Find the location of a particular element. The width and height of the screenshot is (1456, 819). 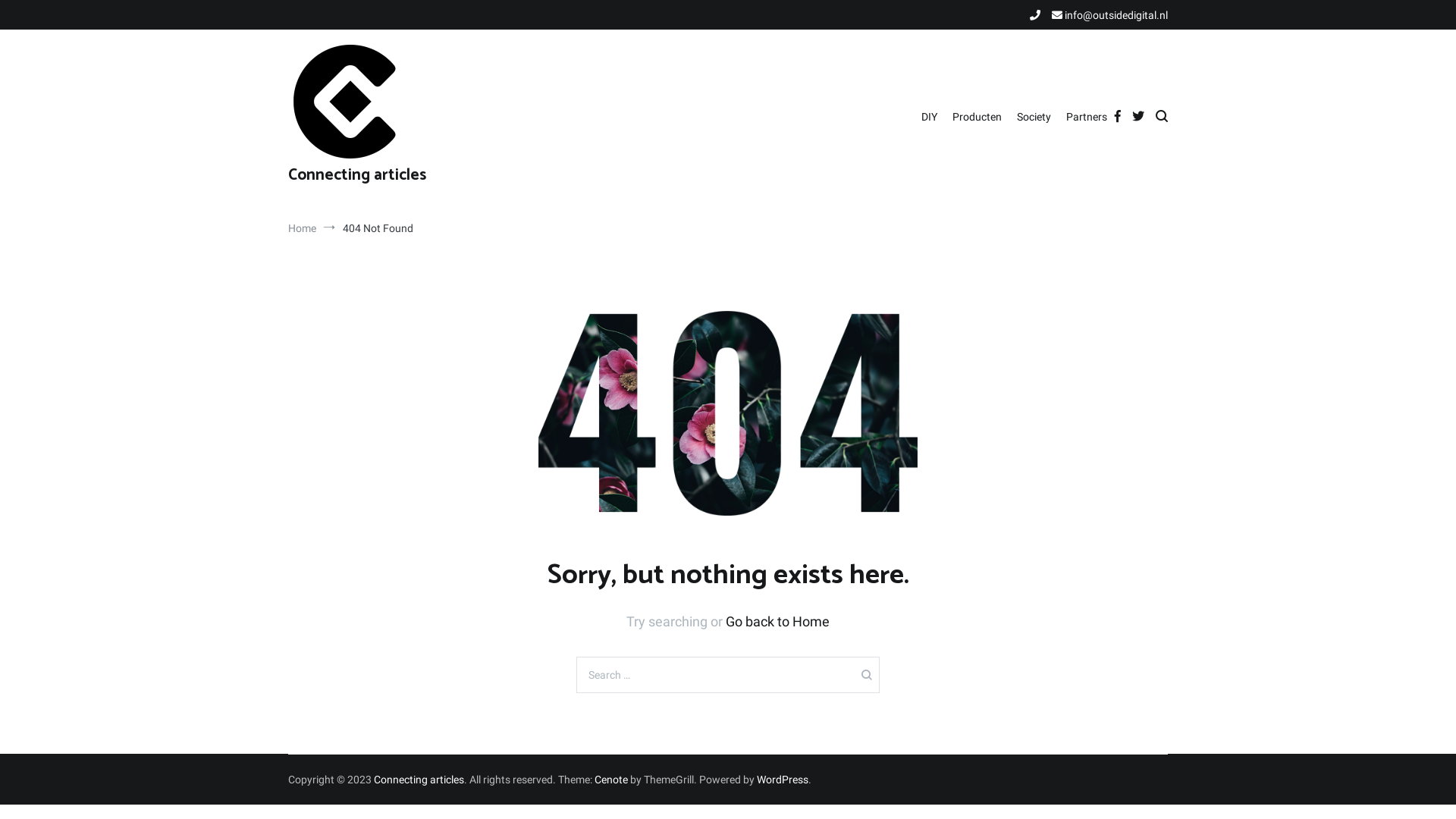

'Society' is located at coordinates (1033, 116).